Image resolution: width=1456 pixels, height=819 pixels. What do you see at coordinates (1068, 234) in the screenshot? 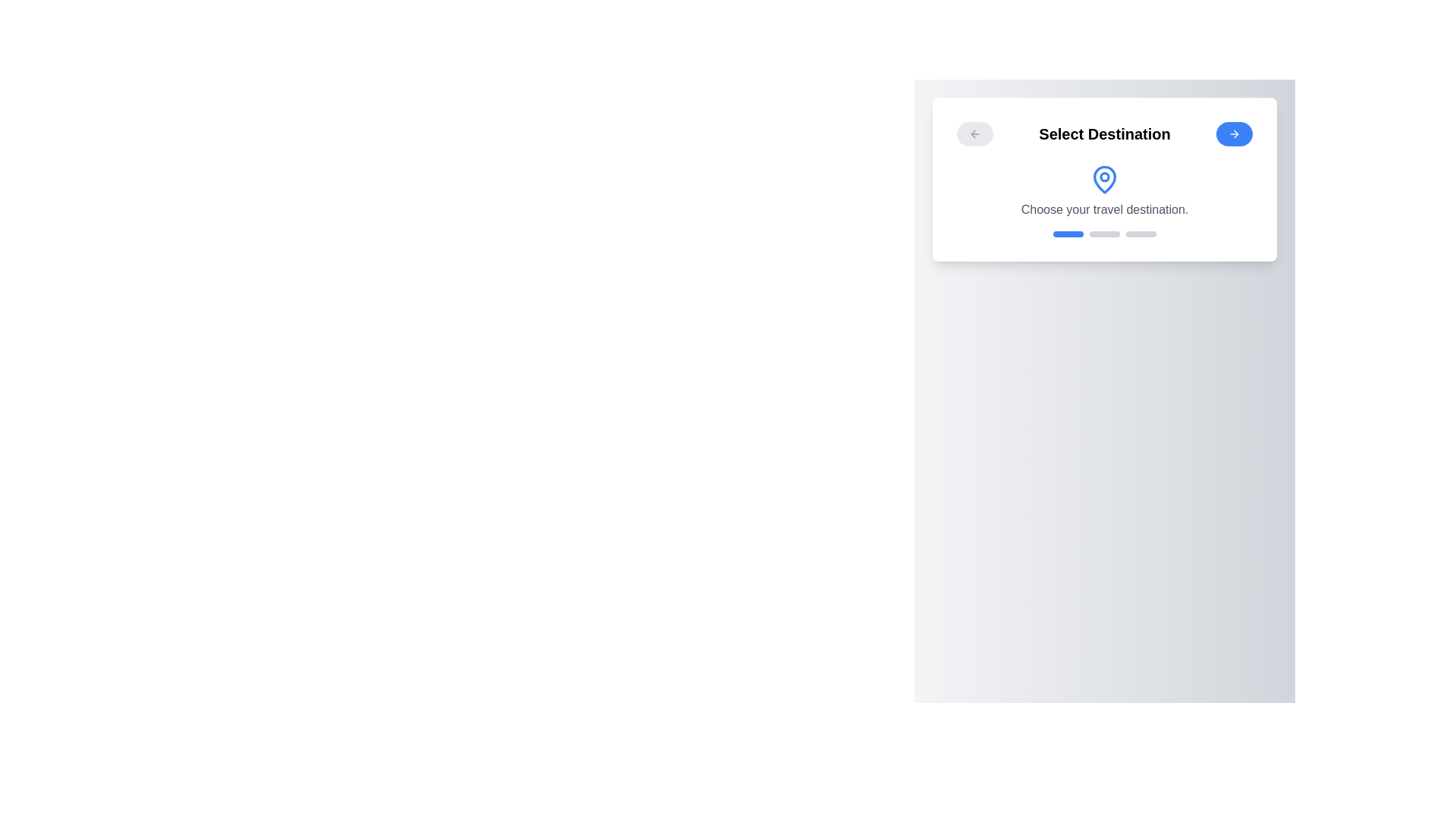
I see `the leftmost progress indicator bar with a blue background below the text 'Choose your travel destination' for progress indication` at bounding box center [1068, 234].